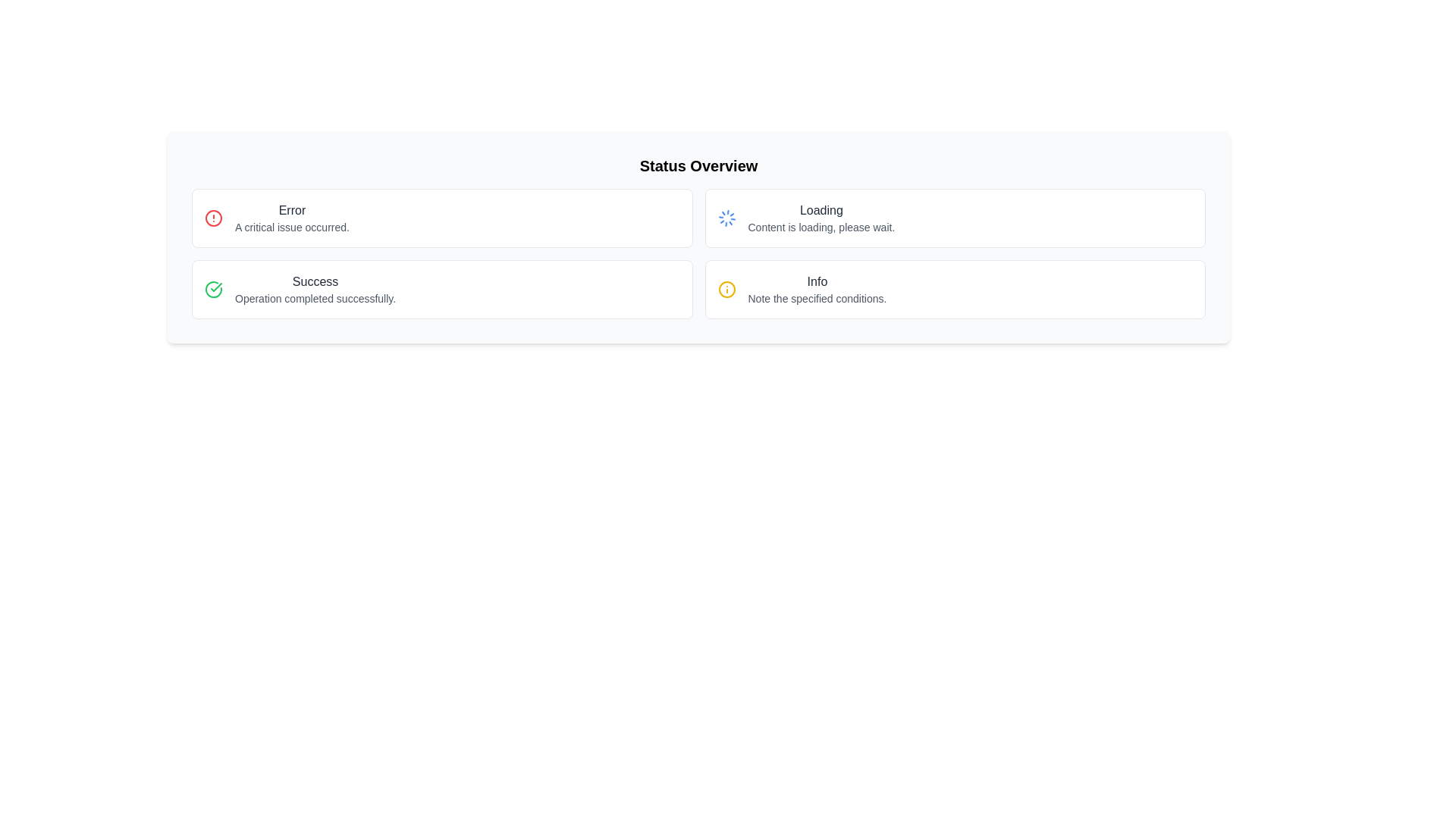 Image resolution: width=1456 pixels, height=819 pixels. I want to click on the error or warning icon located in the top-left corner of the grid layout, directly above the 'Error' label, so click(213, 218).